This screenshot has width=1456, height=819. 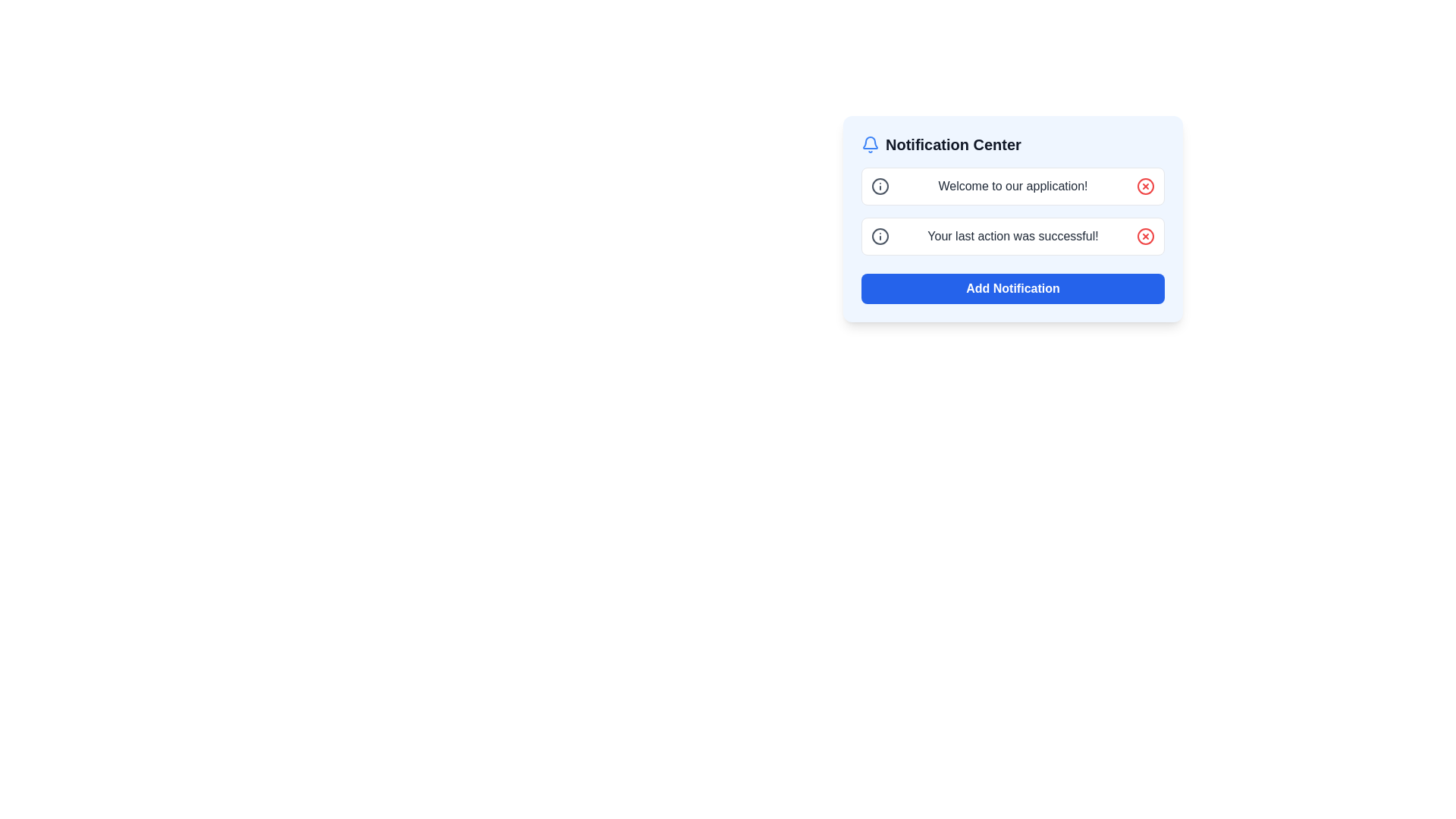 I want to click on the Notification message box that contains the message 'Welcome to our application!', so click(x=1012, y=186).